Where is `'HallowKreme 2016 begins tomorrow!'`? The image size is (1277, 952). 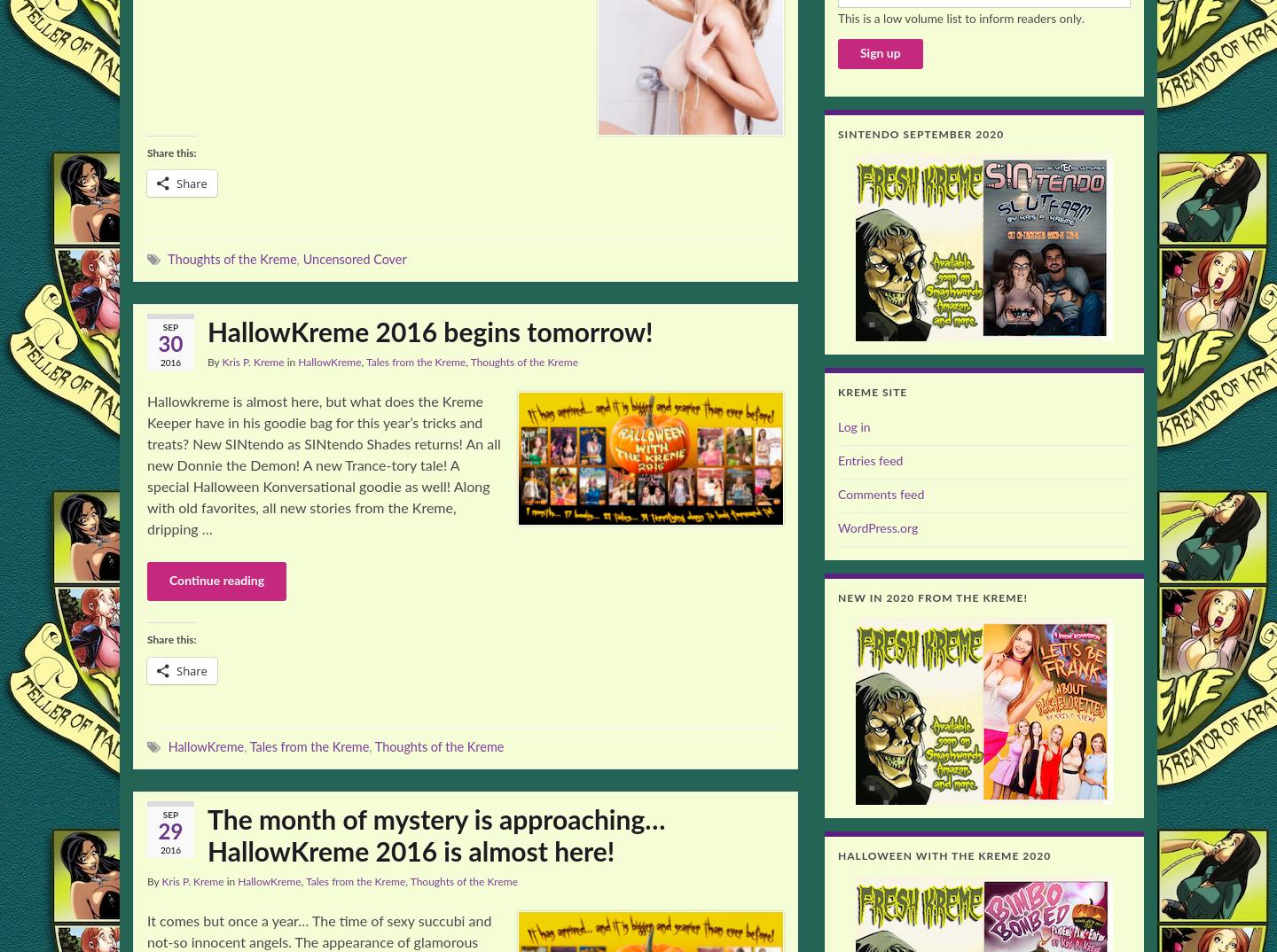
'HallowKreme 2016 begins tomorrow!' is located at coordinates (428, 332).